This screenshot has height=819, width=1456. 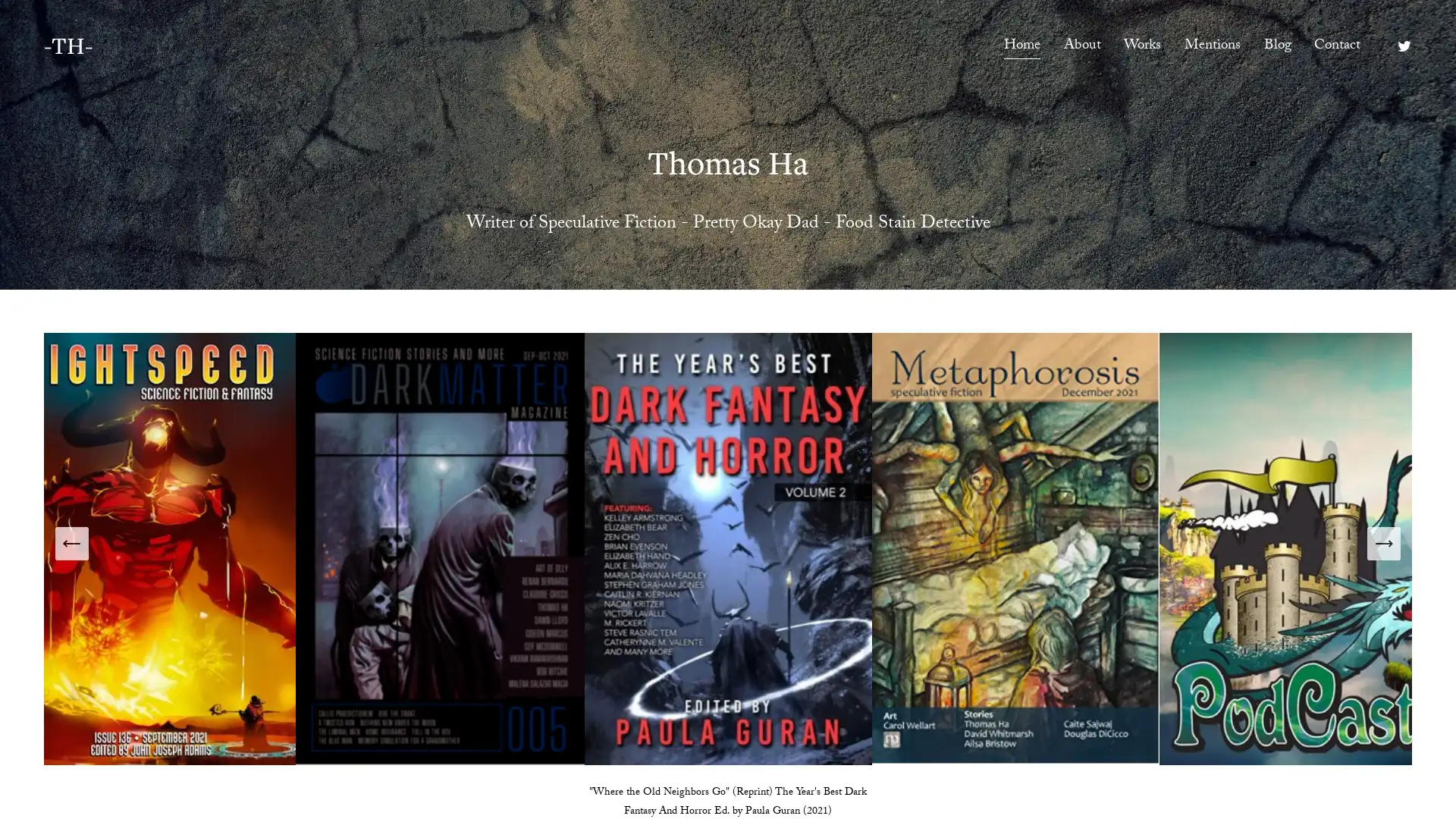 I want to click on Next Slide, so click(x=1383, y=542).